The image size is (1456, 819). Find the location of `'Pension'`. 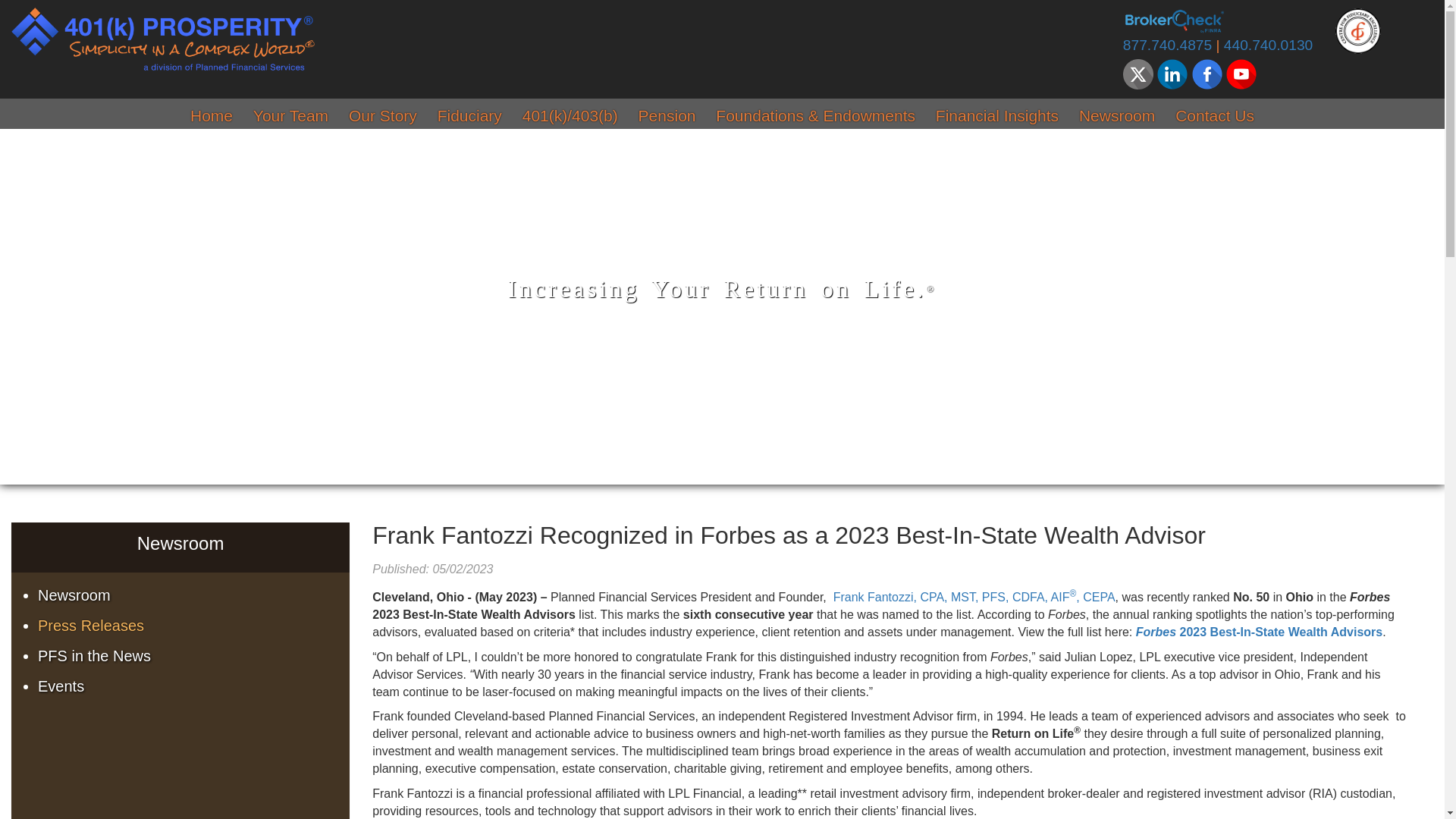

'Pension' is located at coordinates (667, 117).